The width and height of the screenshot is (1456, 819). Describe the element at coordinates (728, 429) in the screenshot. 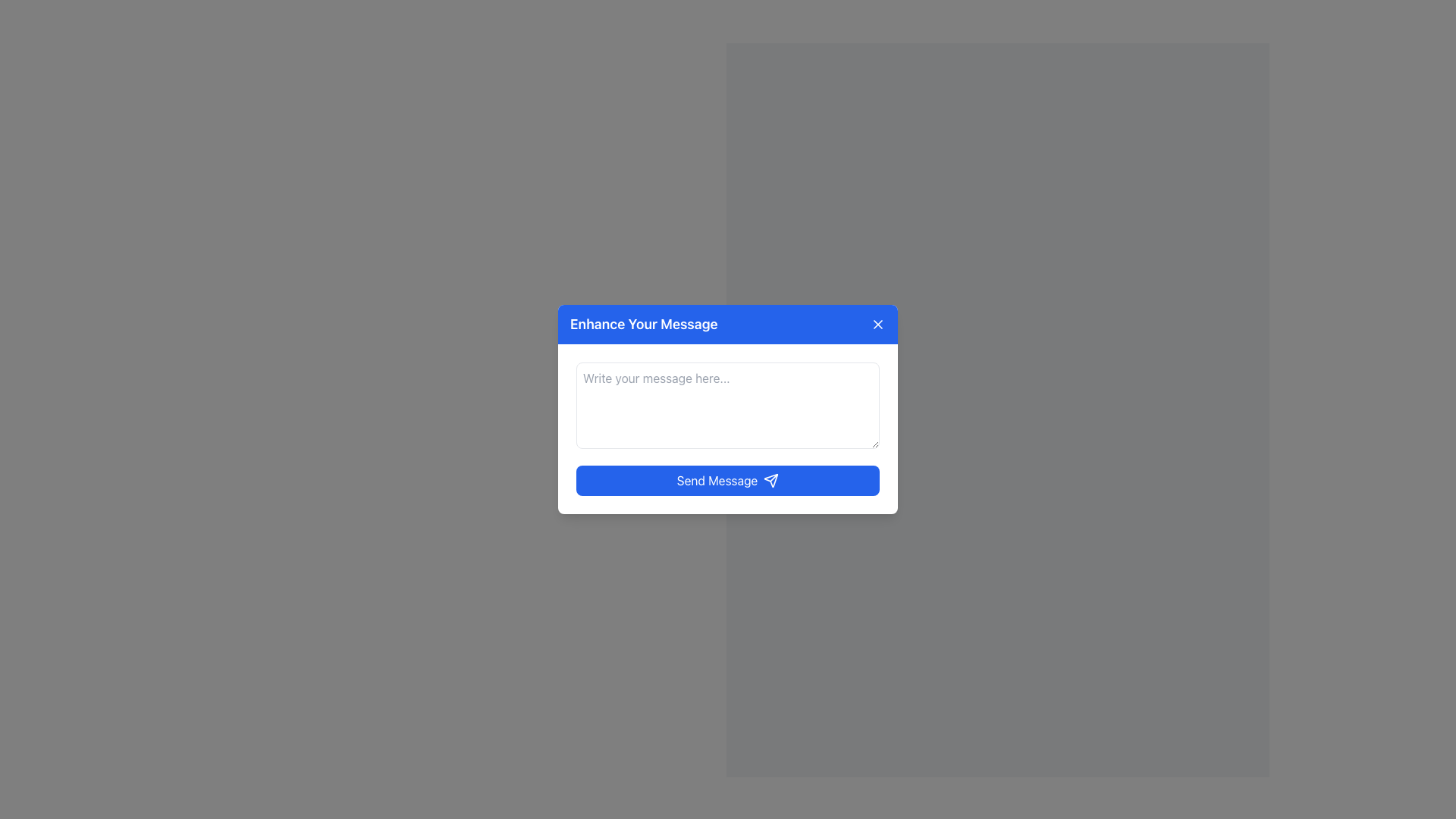

I see `the text inside the text input field with placeholder 'Write your message here...' located in the 'Enhance Your Message' popup` at that location.